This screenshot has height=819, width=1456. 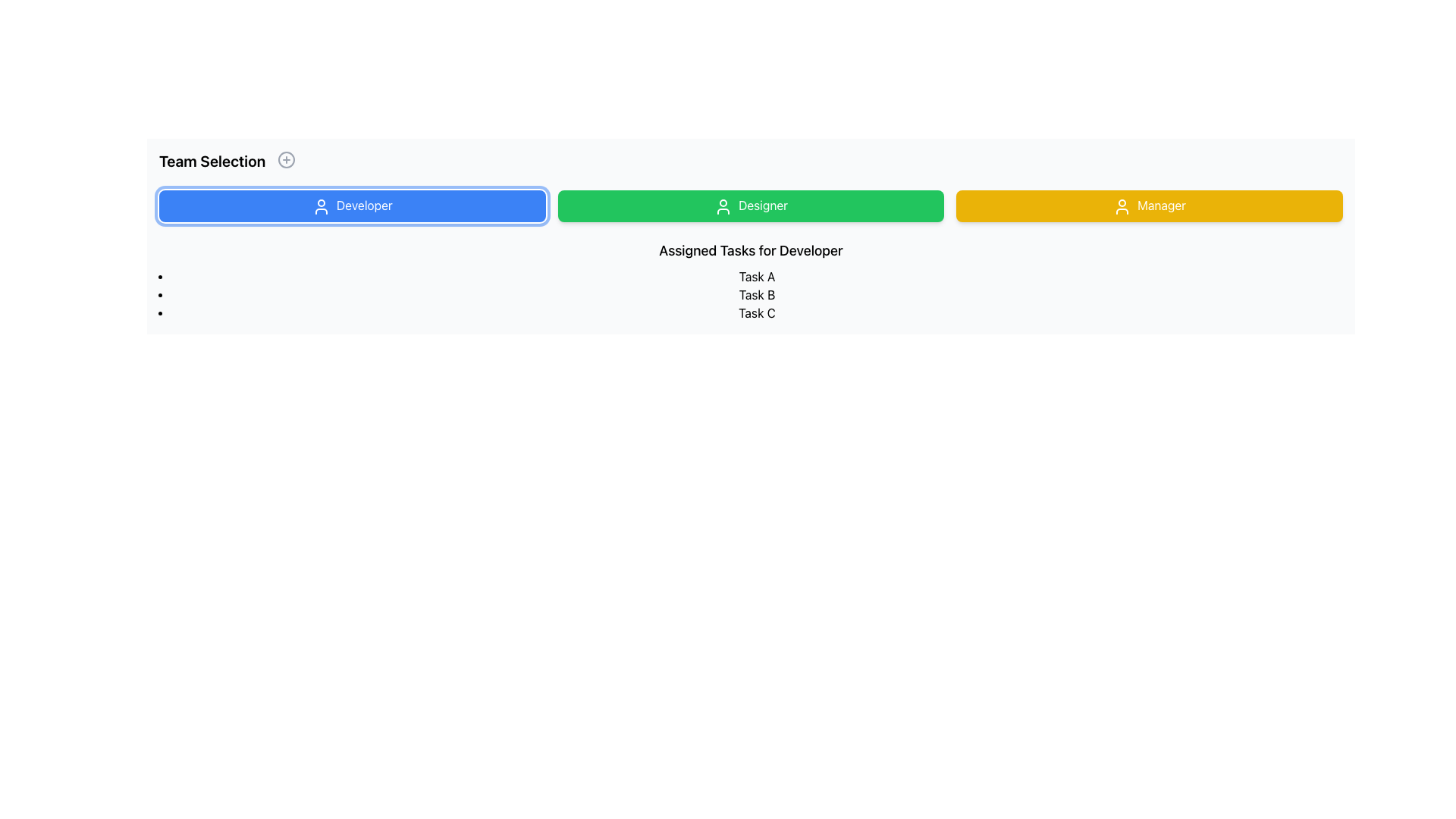 I want to click on the circular SVG element with a defined stroke and no fill, located to the right of the text 'Team Selection', so click(x=287, y=160).